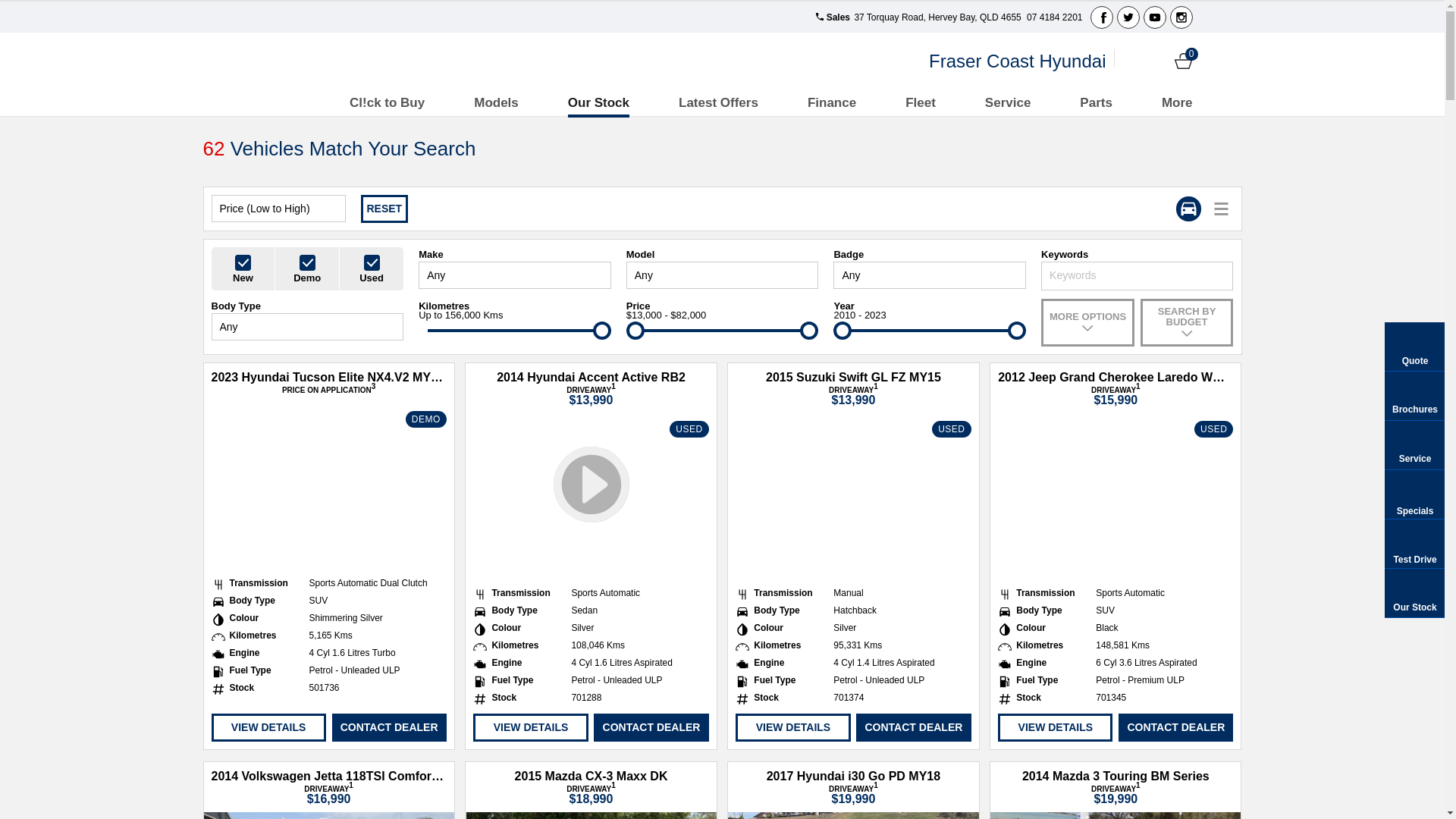 This screenshot has height=819, width=1456. Describe the element at coordinates (1053, 17) in the screenshot. I see `'07 4184 2201'` at that location.